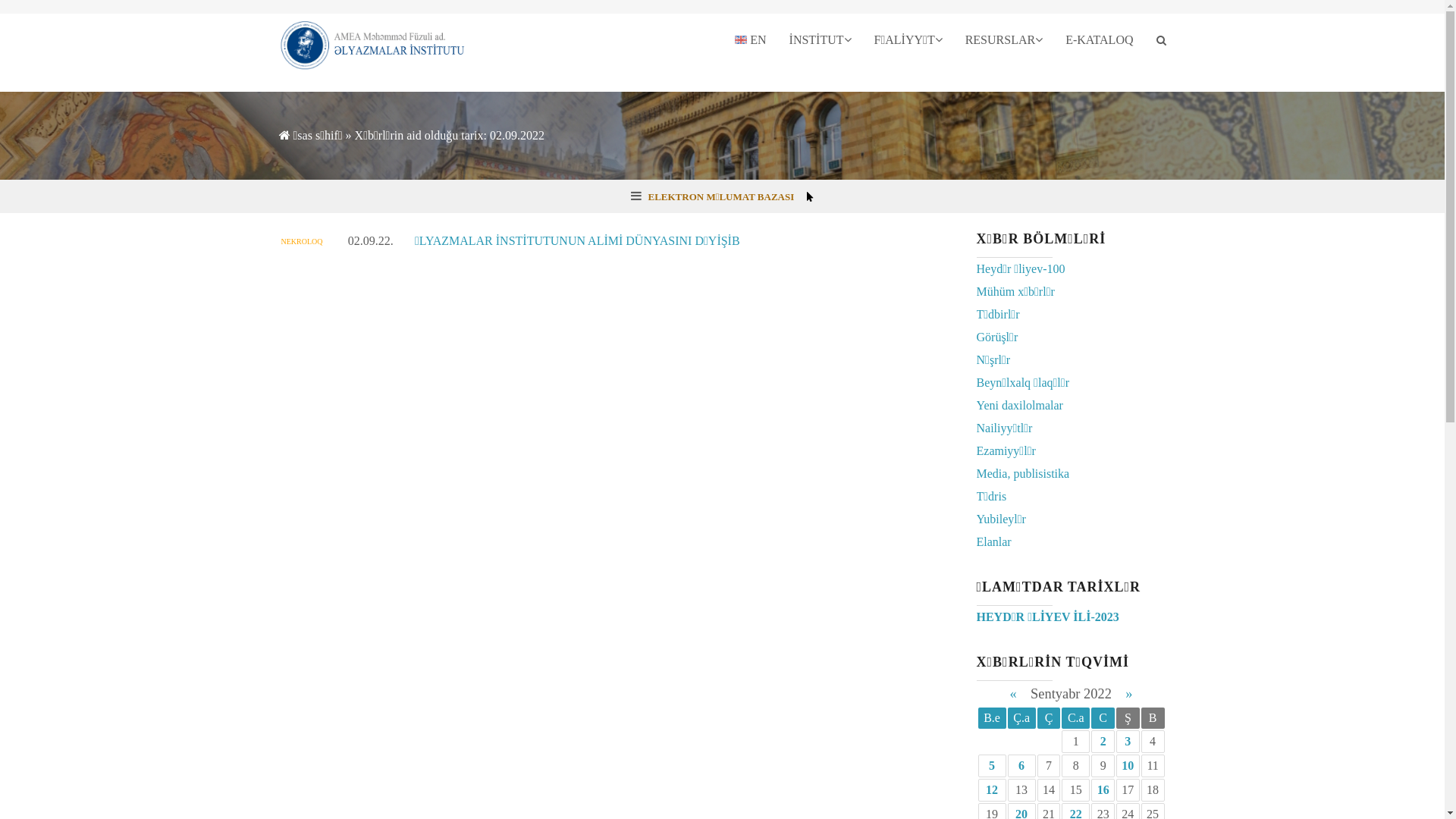 This screenshot has width=1456, height=819. What do you see at coordinates (976, 404) in the screenshot?
I see `'Yeni daxilolmalar'` at bounding box center [976, 404].